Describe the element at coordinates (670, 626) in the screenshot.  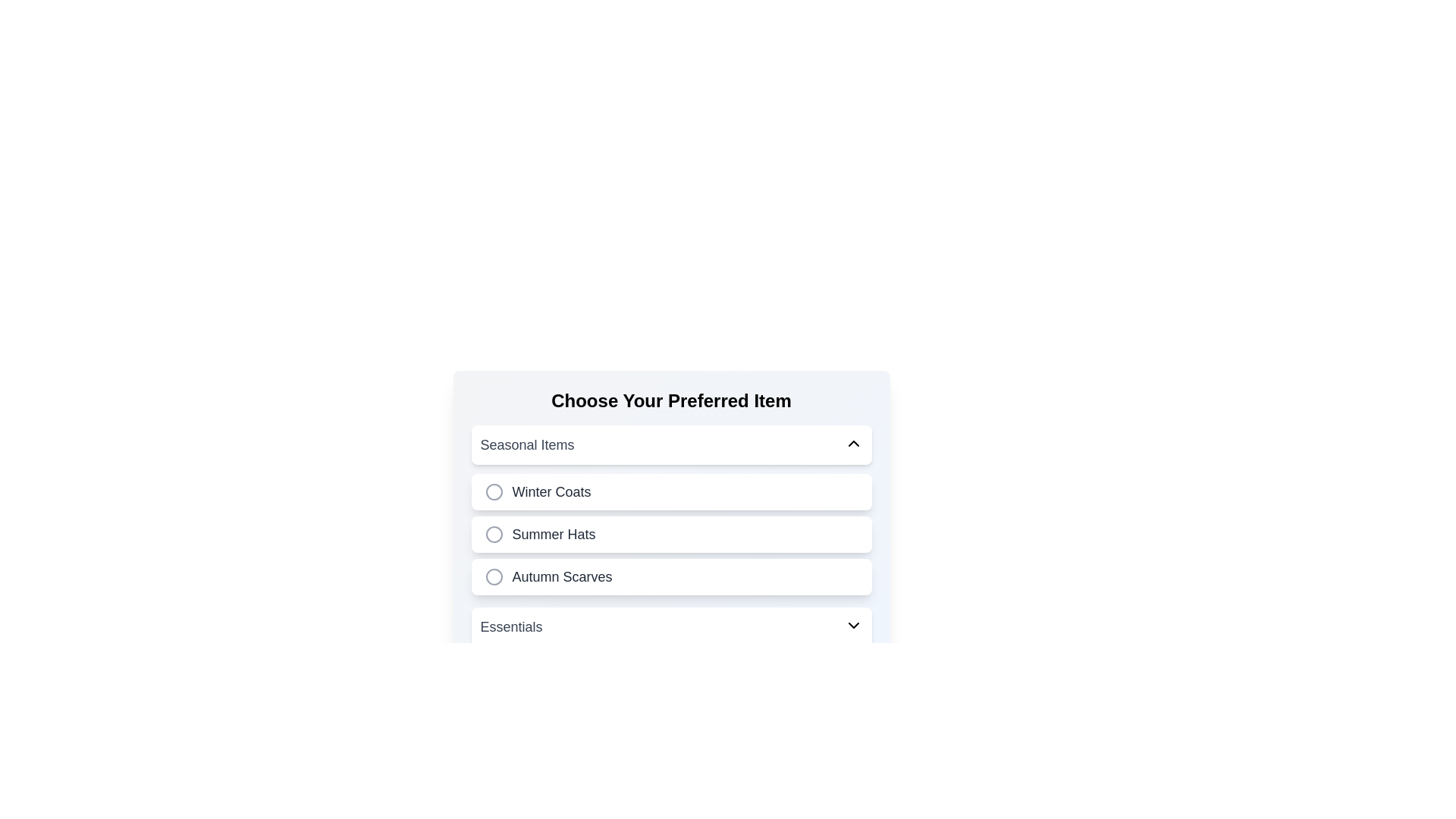
I see `the dropdown arrow on the 'Essentials' card-like component` at that location.